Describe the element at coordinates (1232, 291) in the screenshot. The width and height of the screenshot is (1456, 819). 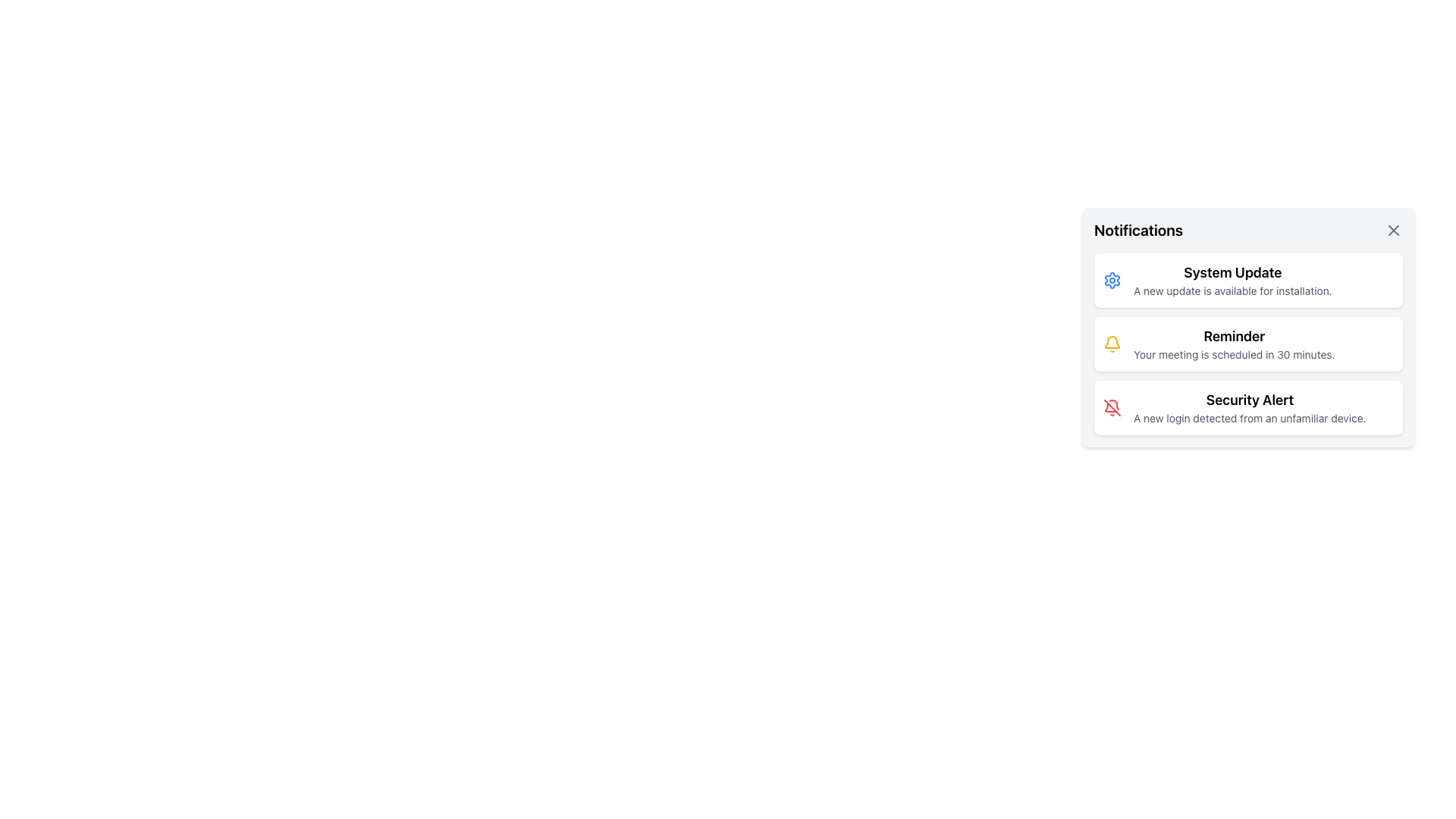
I see `text label that displays 'A new update is available for installation.' located under the 'System Update' header in the notification modal` at that location.